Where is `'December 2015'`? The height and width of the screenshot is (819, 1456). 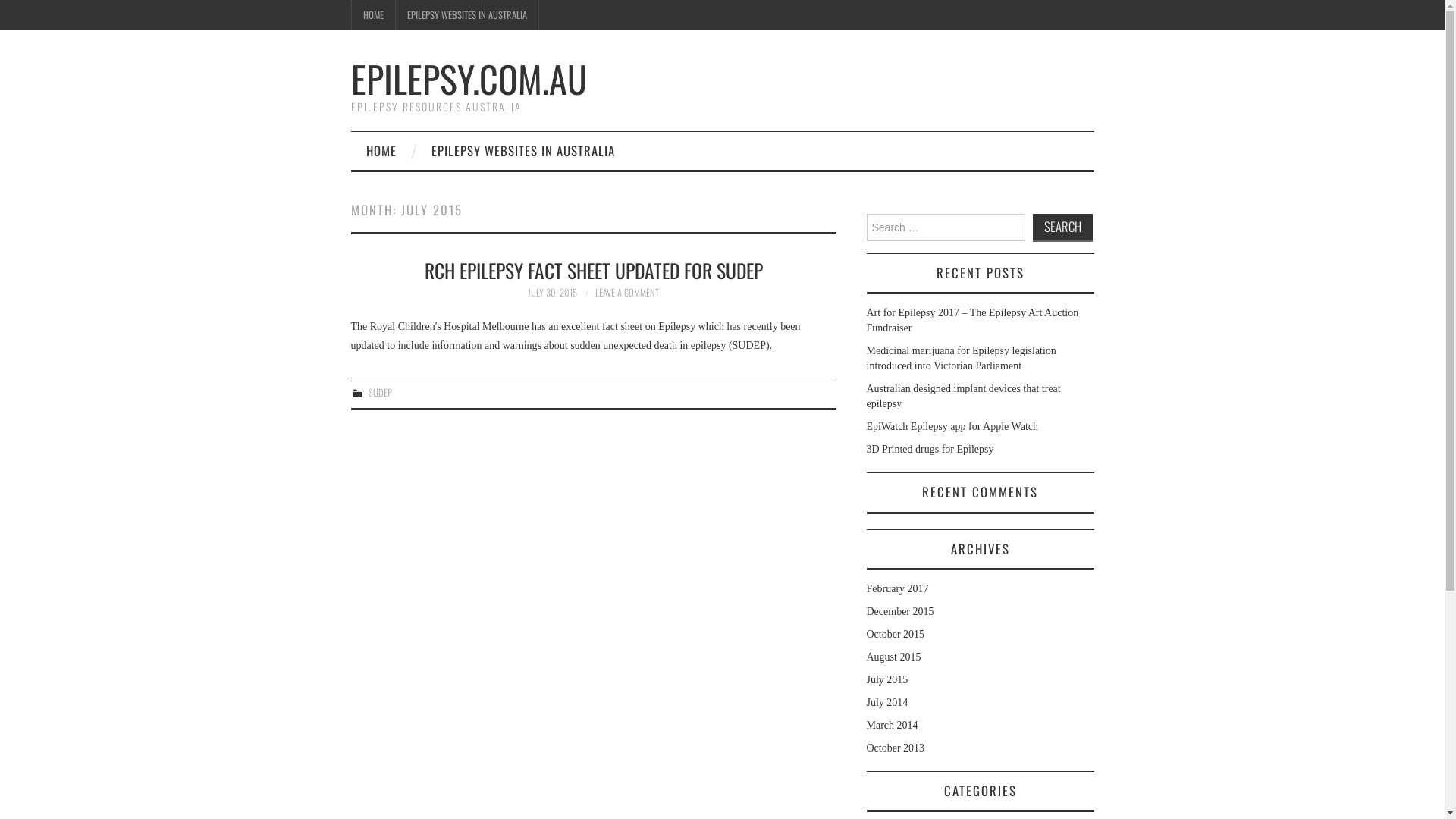 'December 2015' is located at coordinates (866, 610).